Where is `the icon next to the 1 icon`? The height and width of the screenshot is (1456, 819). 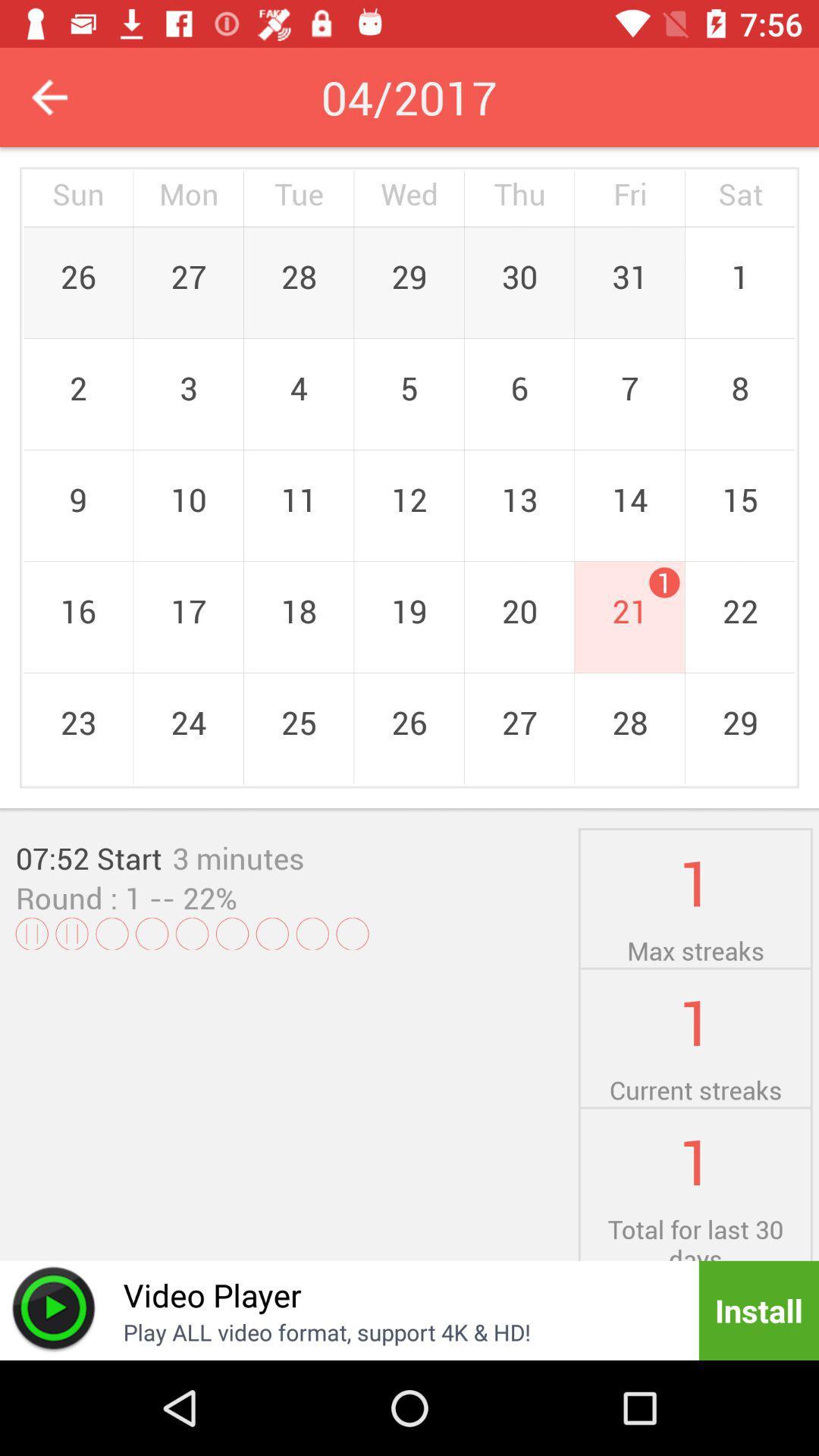 the icon next to the 1 icon is located at coordinates (238, 858).